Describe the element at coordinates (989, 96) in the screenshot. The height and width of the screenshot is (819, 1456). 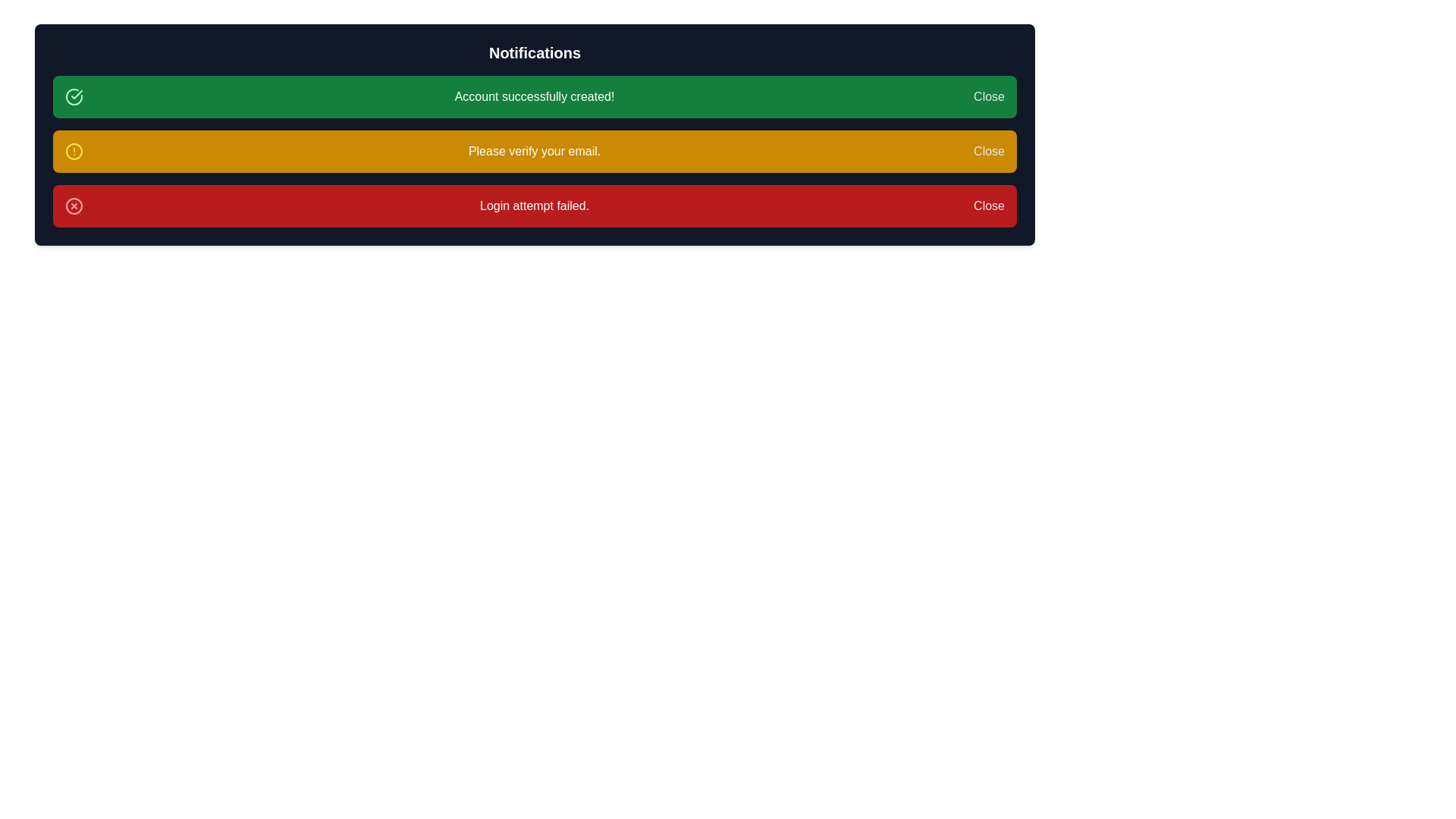
I see `the 'Close' button located in the rightmost edge of the green notification bar` at that location.